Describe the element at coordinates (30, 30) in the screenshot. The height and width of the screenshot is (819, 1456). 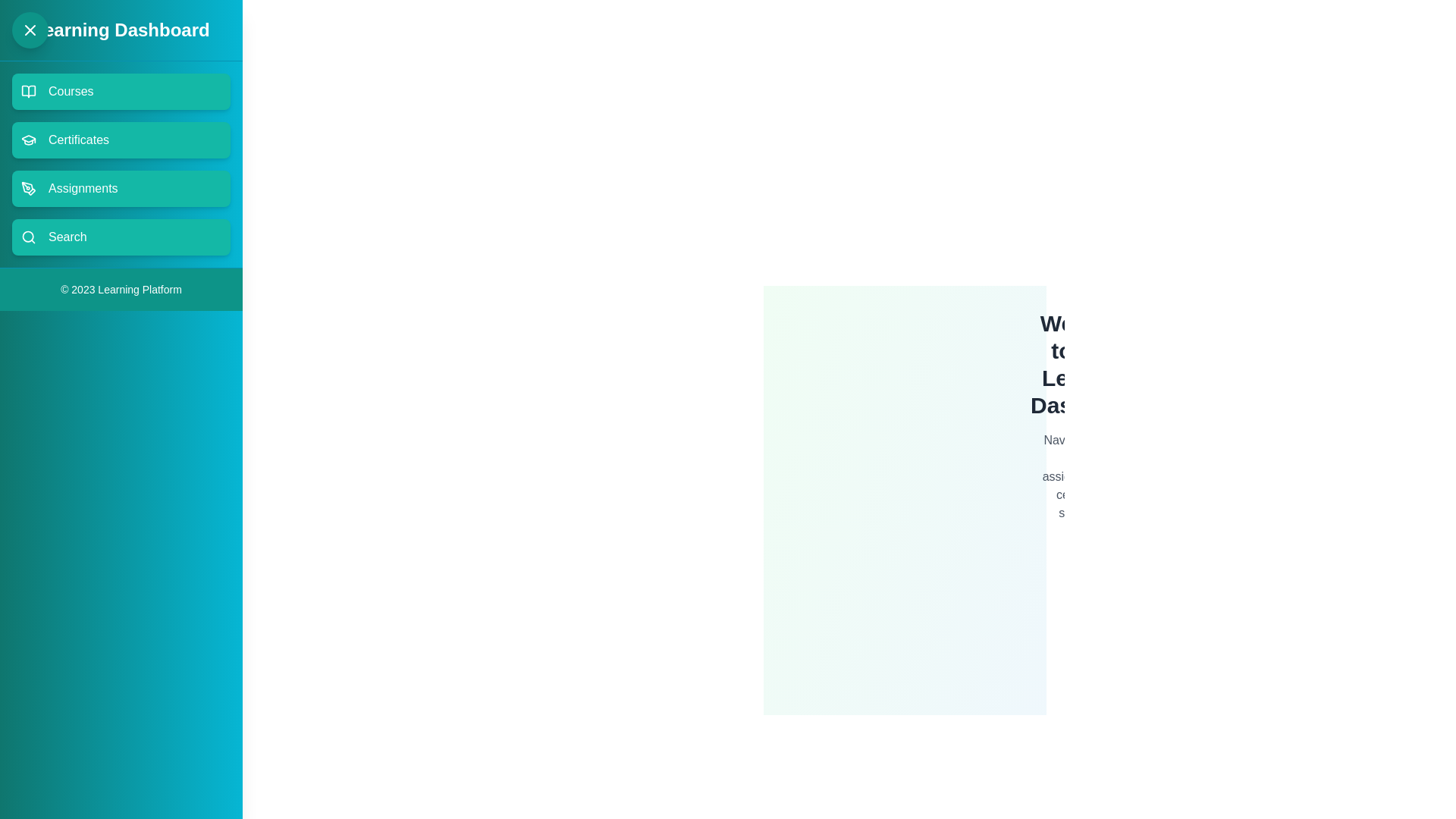
I see `the teal circular close button located near the top-left corner of the user interface` at that location.